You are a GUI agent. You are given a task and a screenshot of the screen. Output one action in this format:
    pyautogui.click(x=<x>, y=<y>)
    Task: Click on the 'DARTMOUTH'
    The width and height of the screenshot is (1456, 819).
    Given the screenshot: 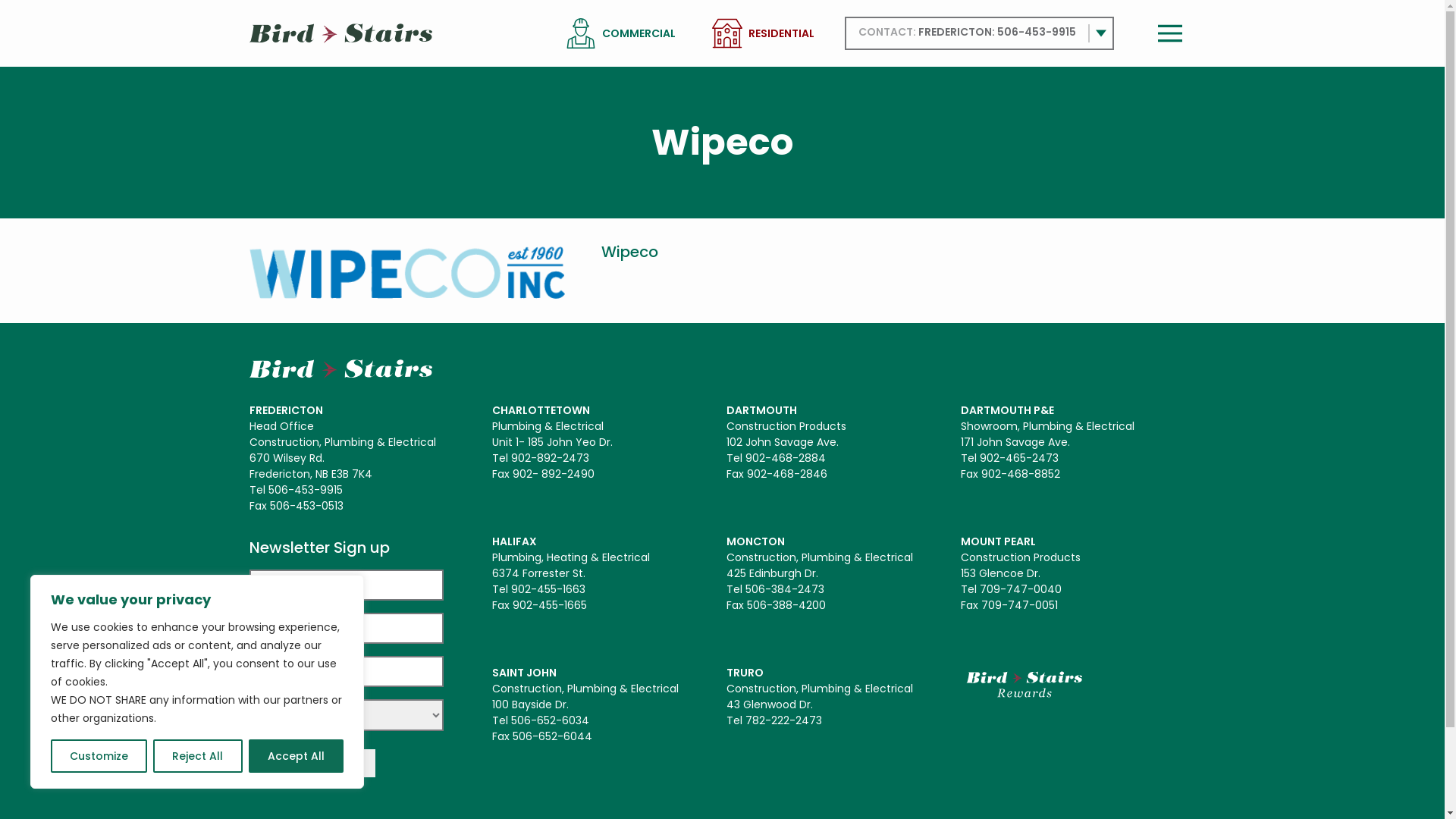 What is the action you would take?
    pyautogui.click(x=761, y=409)
    